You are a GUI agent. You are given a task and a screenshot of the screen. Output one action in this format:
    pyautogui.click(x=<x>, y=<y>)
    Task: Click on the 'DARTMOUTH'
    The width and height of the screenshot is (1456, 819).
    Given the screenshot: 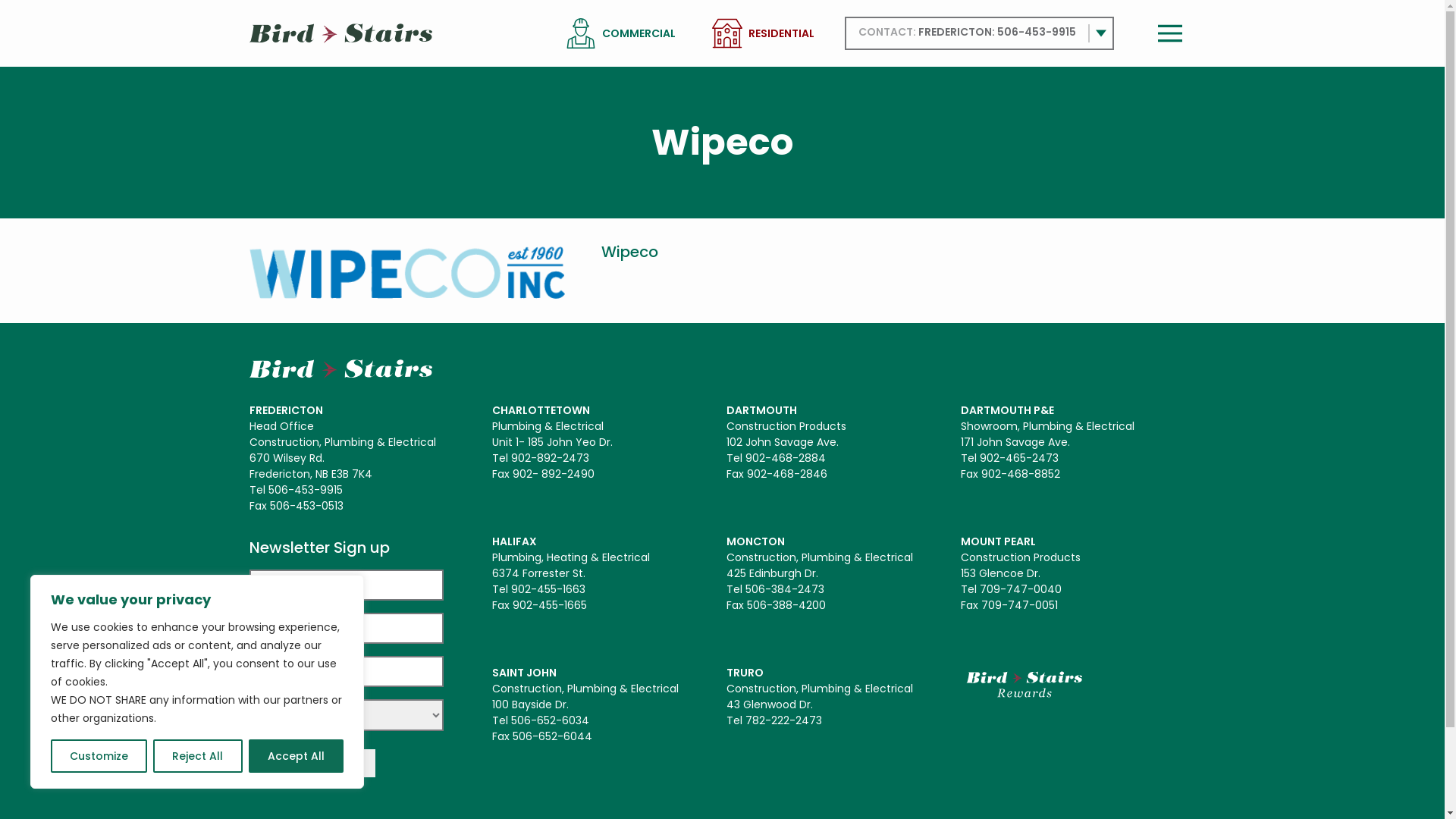 What is the action you would take?
    pyautogui.click(x=761, y=409)
    